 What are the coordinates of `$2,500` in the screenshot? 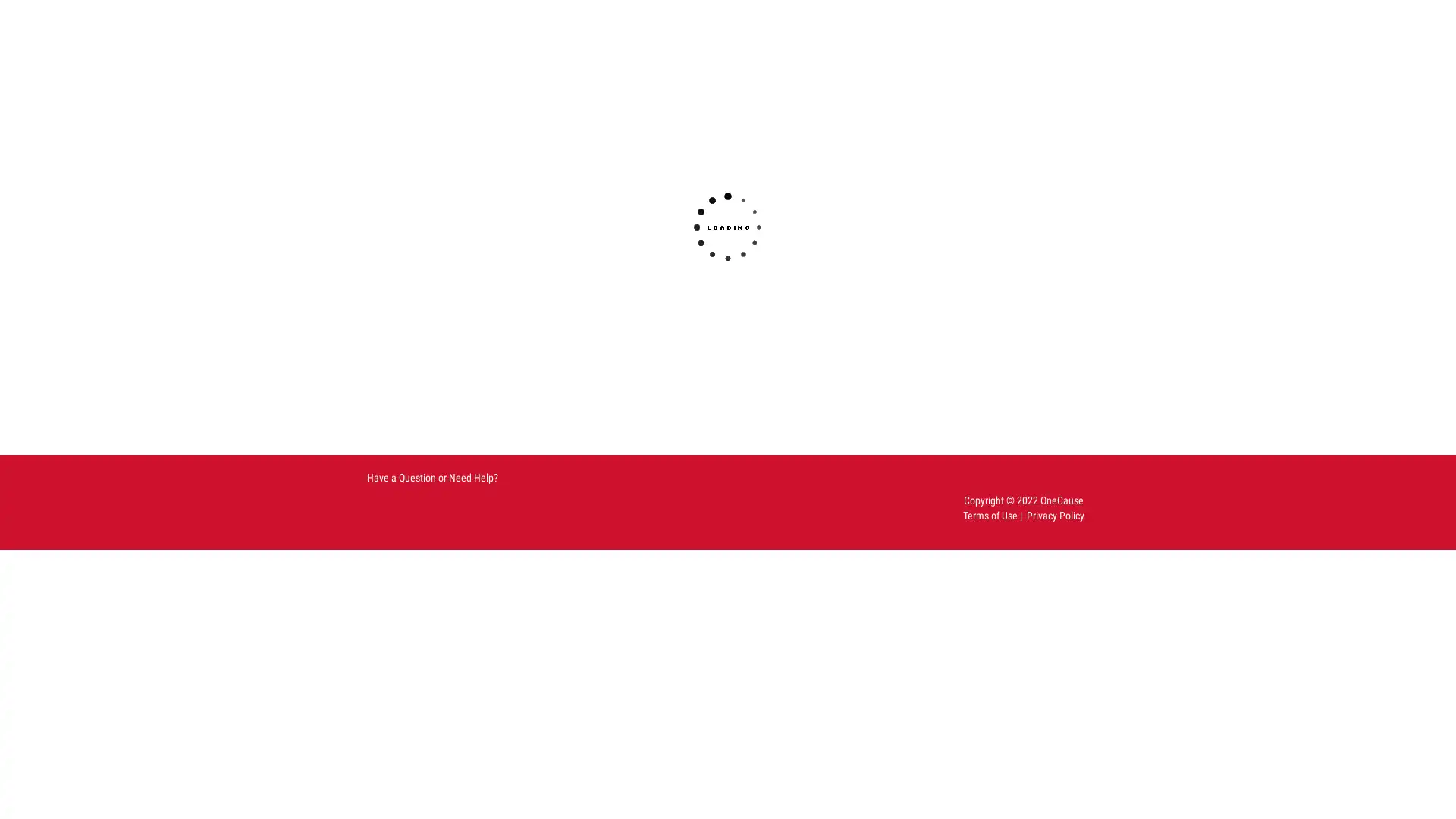 It's located at (628, 256).